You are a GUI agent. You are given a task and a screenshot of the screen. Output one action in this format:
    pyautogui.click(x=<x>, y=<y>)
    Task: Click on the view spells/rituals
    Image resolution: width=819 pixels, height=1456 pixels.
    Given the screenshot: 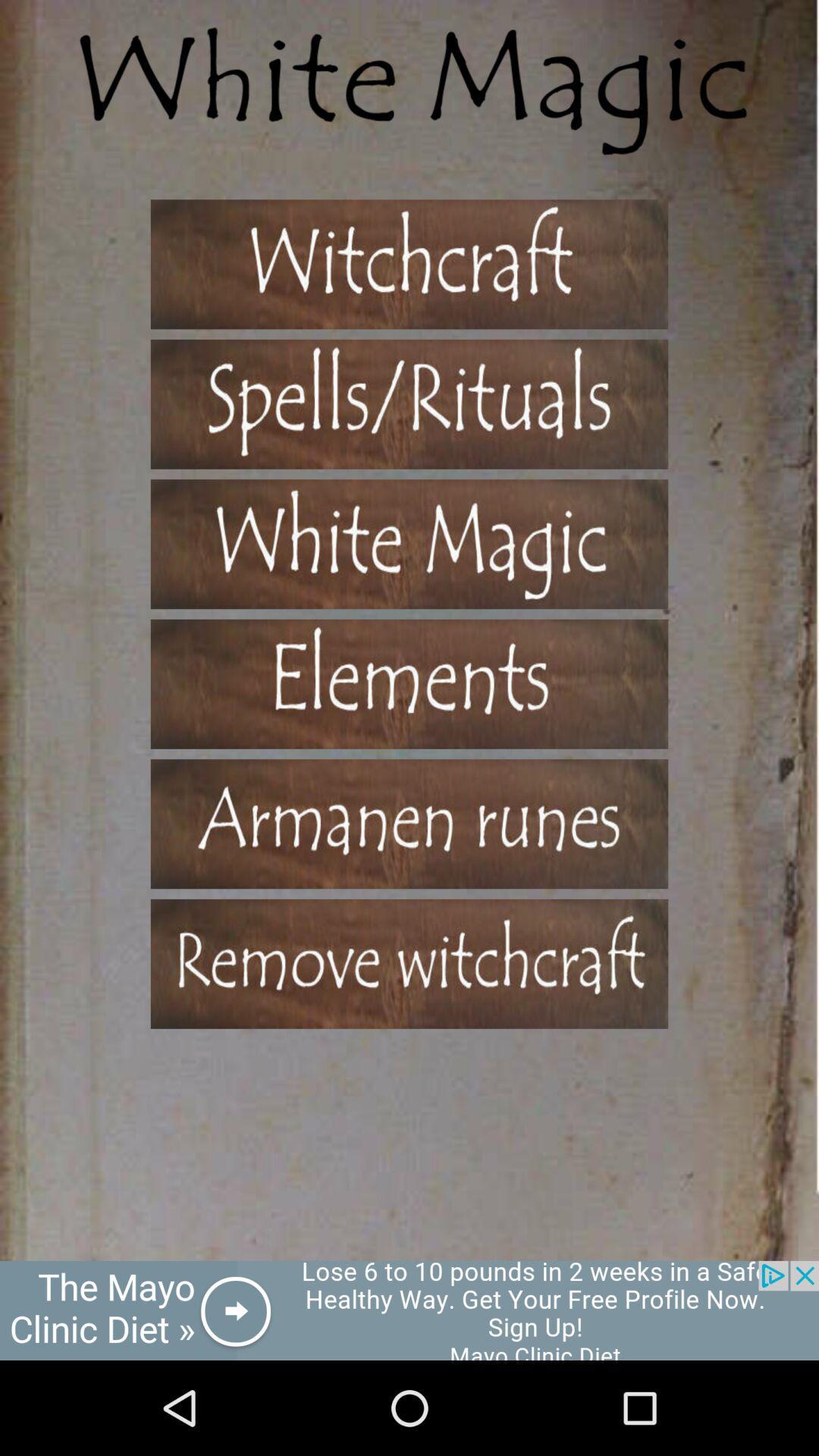 What is the action you would take?
    pyautogui.click(x=409, y=404)
    